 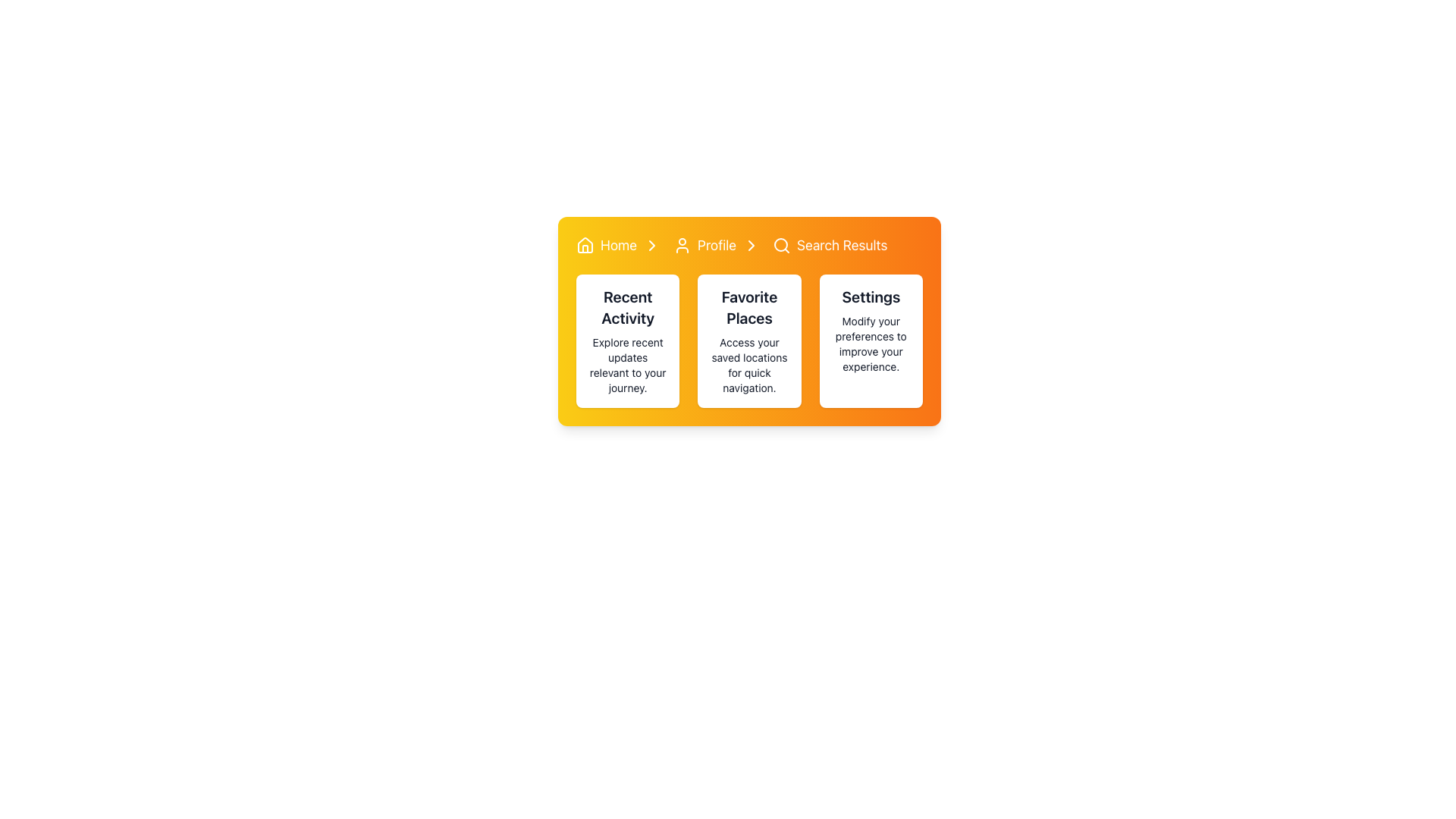 What do you see at coordinates (871, 344) in the screenshot?
I see `the static text that says 'Modify your preferences to improve your experience.' located within the 'Settings' card, which is styled with a dark font on a white background` at bounding box center [871, 344].